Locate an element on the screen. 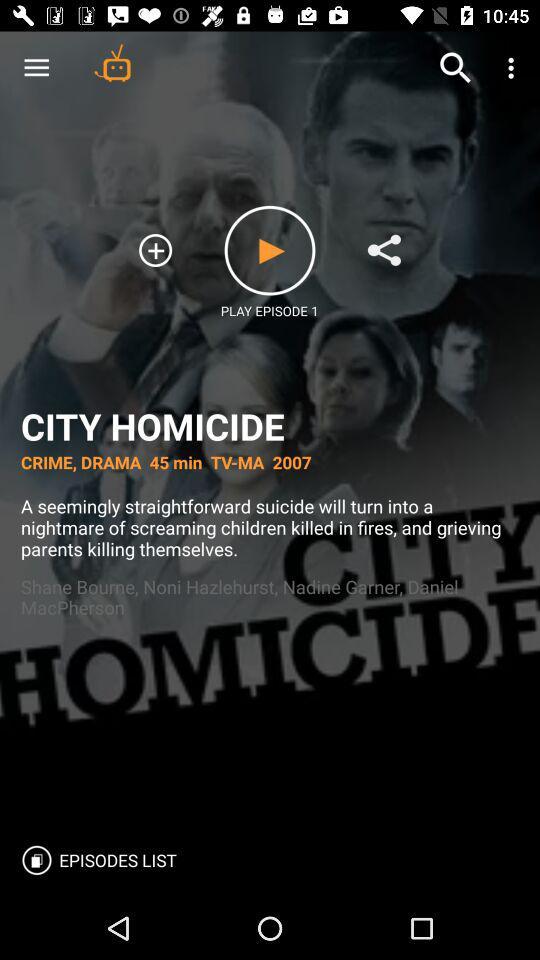 The width and height of the screenshot is (540, 960). tap to play is located at coordinates (270, 249).